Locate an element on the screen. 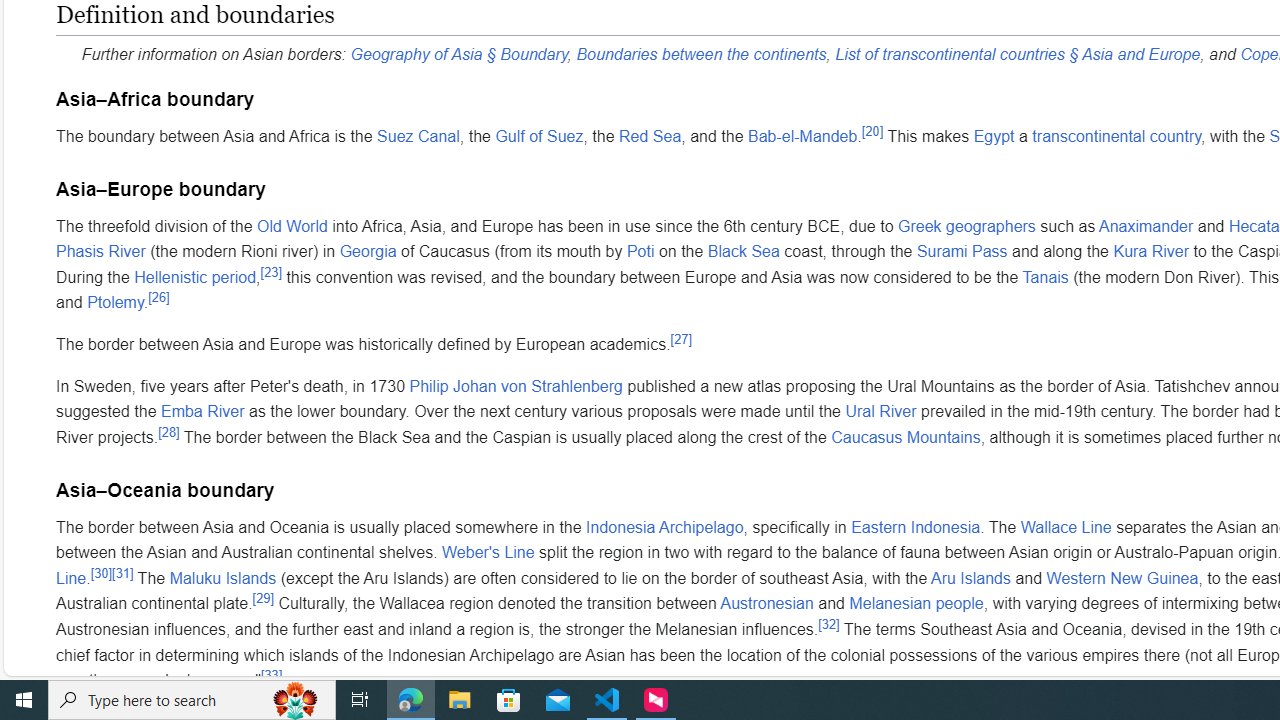 This screenshot has height=720, width=1280. 'Hellenistic period' is located at coordinates (195, 276).